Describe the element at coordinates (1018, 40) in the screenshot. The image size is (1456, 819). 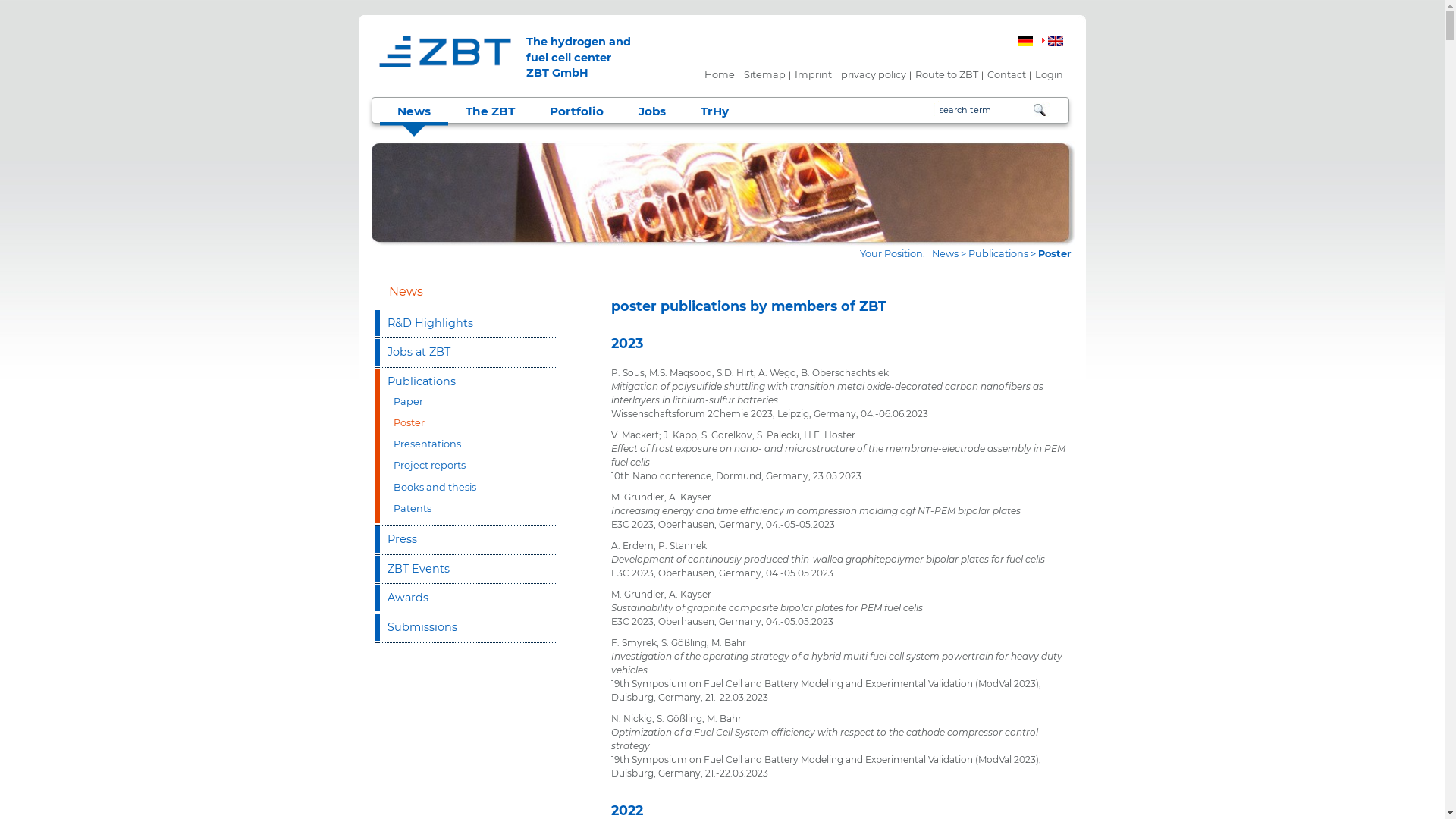
I see `'German'` at that location.